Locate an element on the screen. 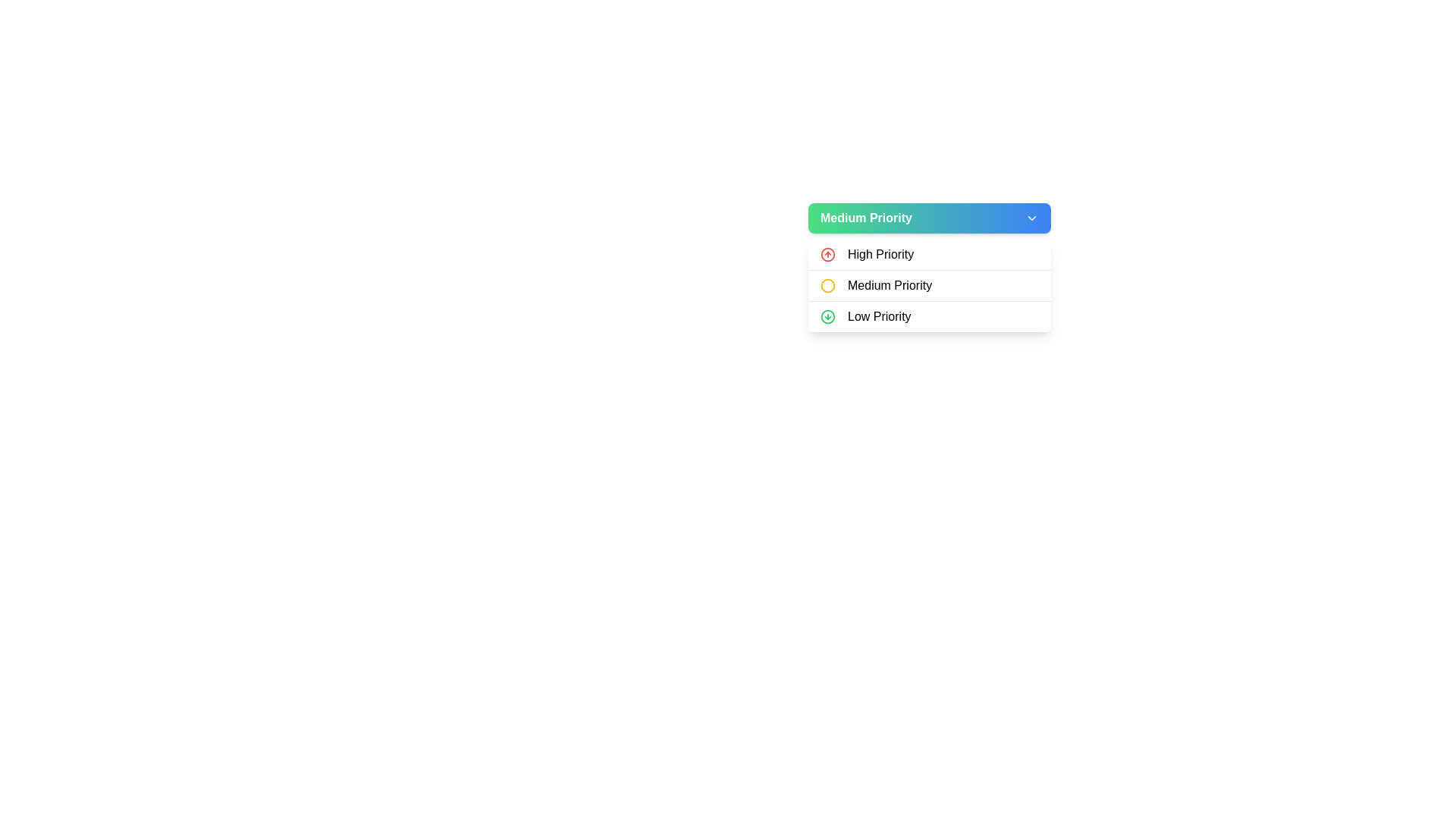  the red circular icon with an upward arrow located at the beginning of the 'High Priority' row is located at coordinates (827, 253).